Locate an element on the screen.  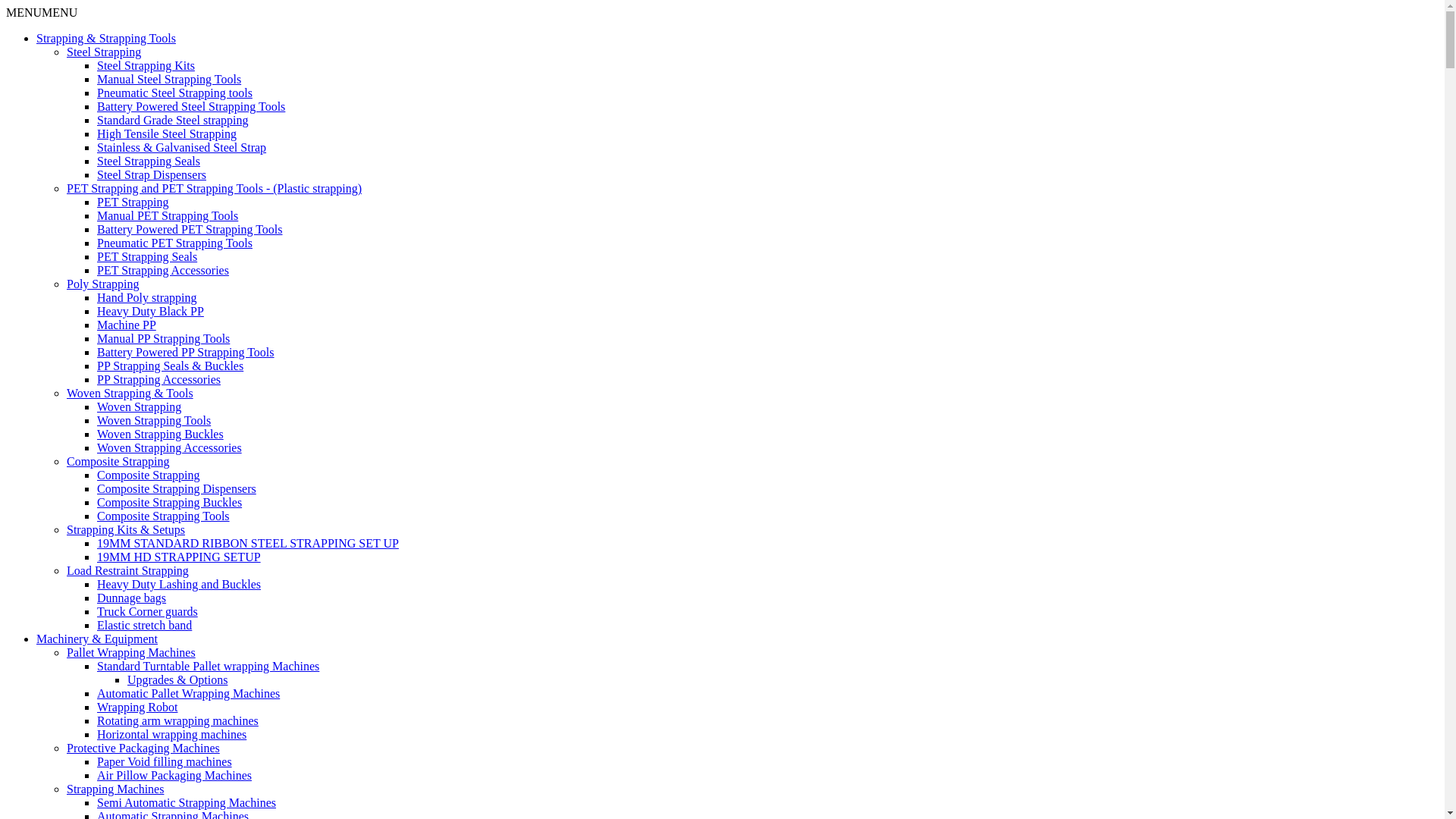
'Woven Strapping Tools' is located at coordinates (153, 420).